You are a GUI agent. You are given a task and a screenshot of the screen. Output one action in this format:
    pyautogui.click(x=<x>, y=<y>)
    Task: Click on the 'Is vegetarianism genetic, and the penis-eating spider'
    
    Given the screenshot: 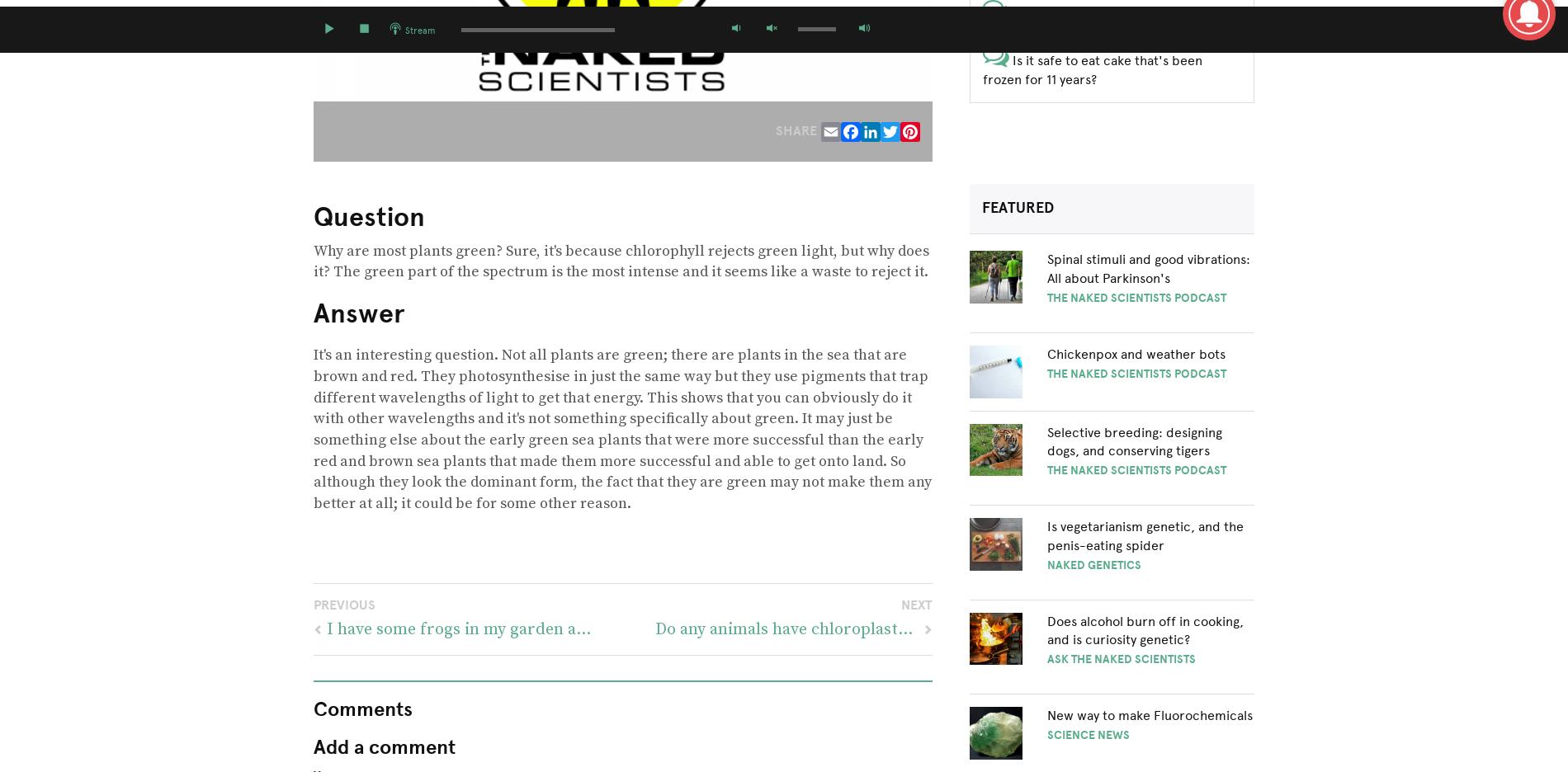 What is the action you would take?
    pyautogui.click(x=1144, y=534)
    